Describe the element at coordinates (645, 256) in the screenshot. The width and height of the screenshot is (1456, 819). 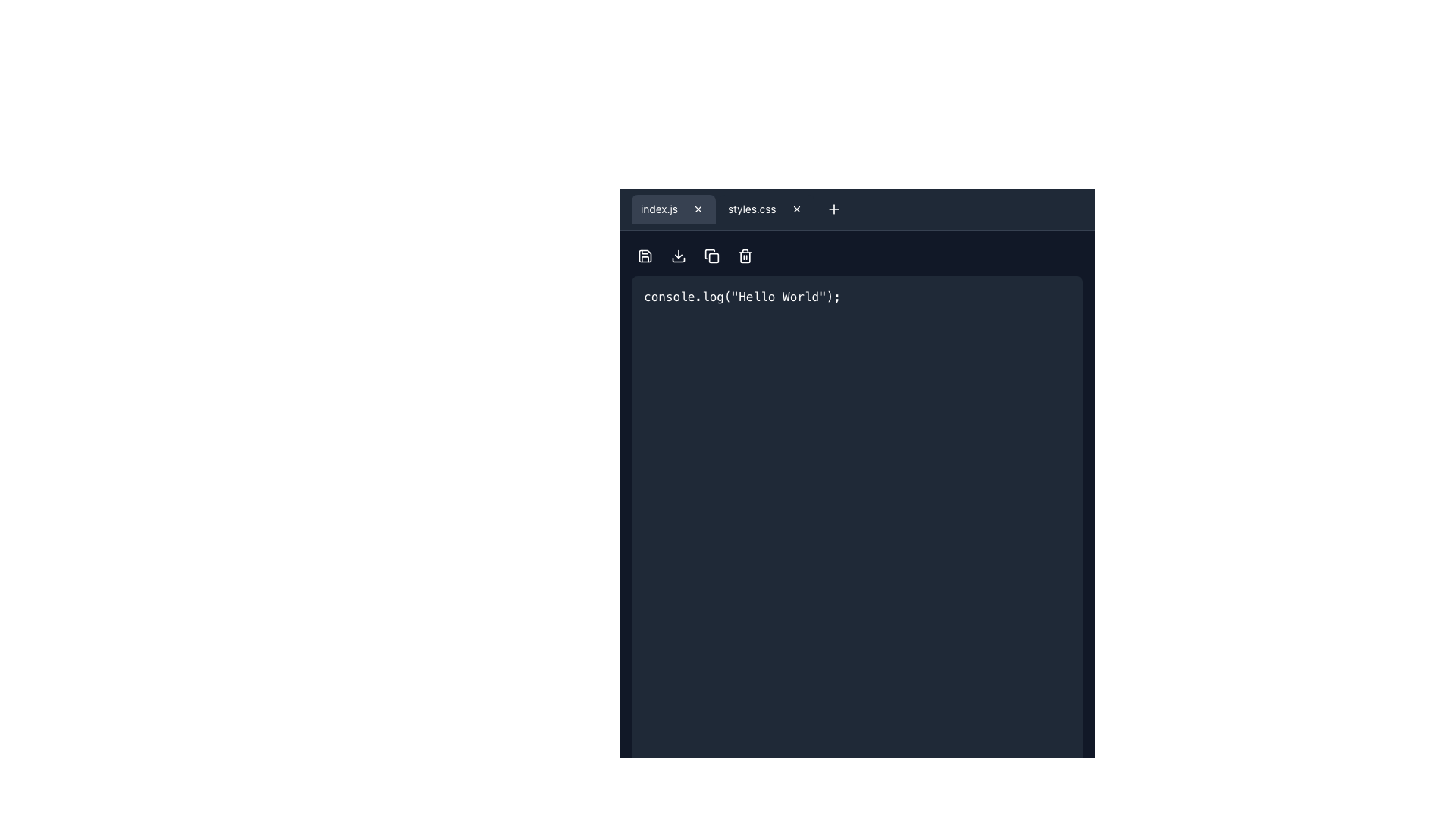
I see `the 'Save' icon button located in the header toolbar area, which is the leftmost icon among action buttons` at that location.